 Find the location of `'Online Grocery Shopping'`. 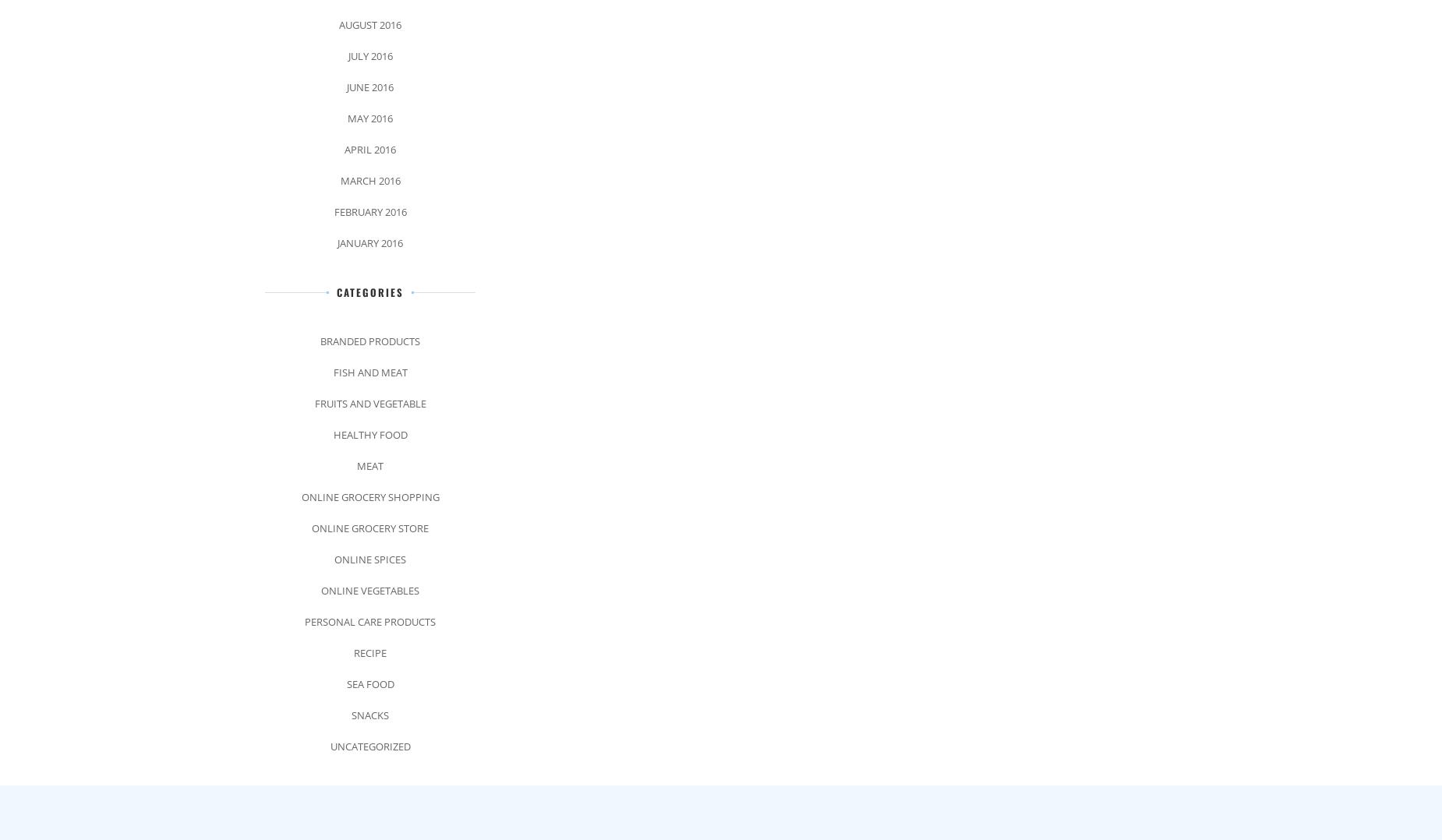

'Online Grocery Shopping' is located at coordinates (369, 495).